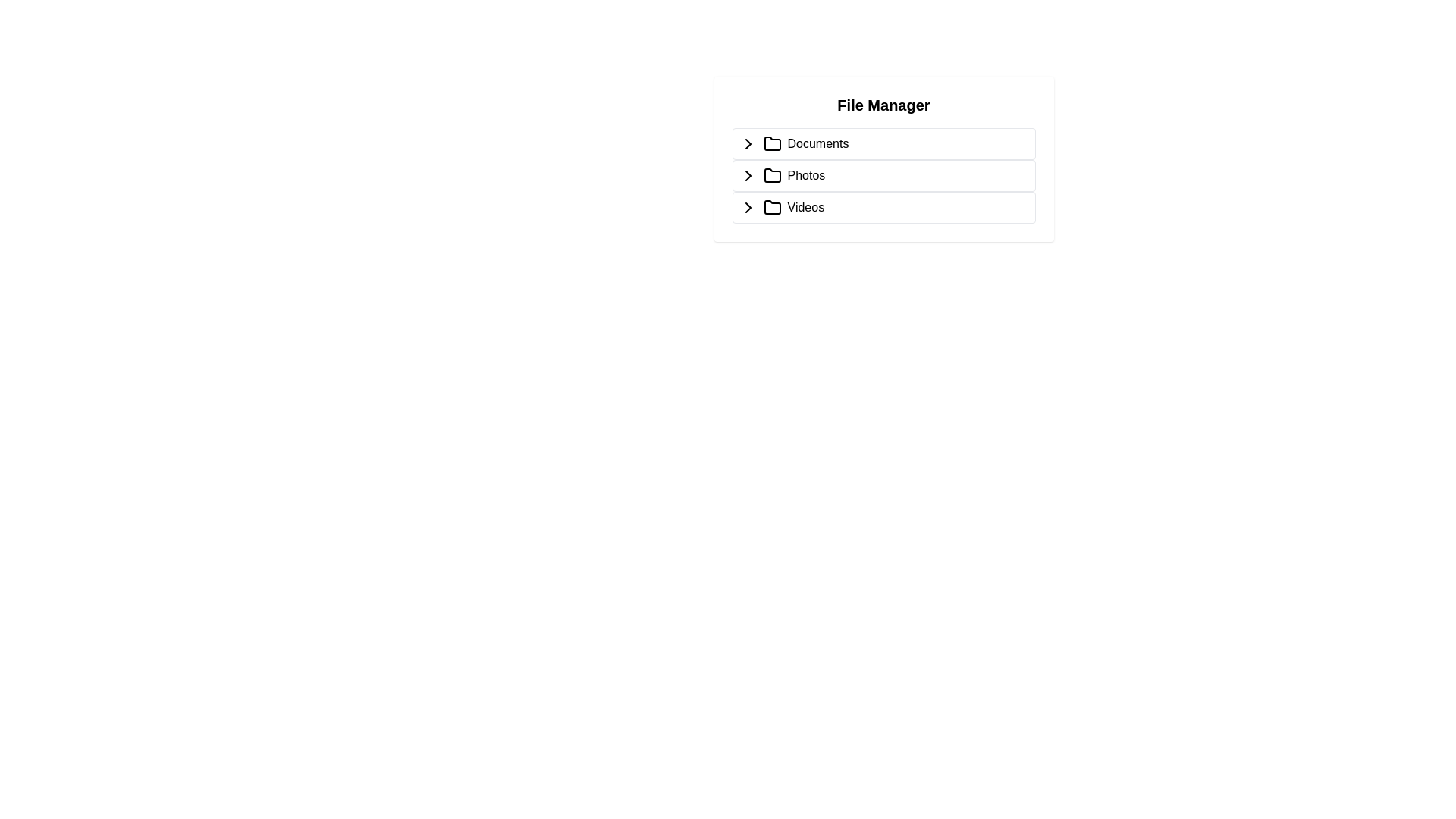  I want to click on the Static Text element that serves as a title or header for the grouped items 'Documents', 'Photos', and 'Videos', so click(883, 104).